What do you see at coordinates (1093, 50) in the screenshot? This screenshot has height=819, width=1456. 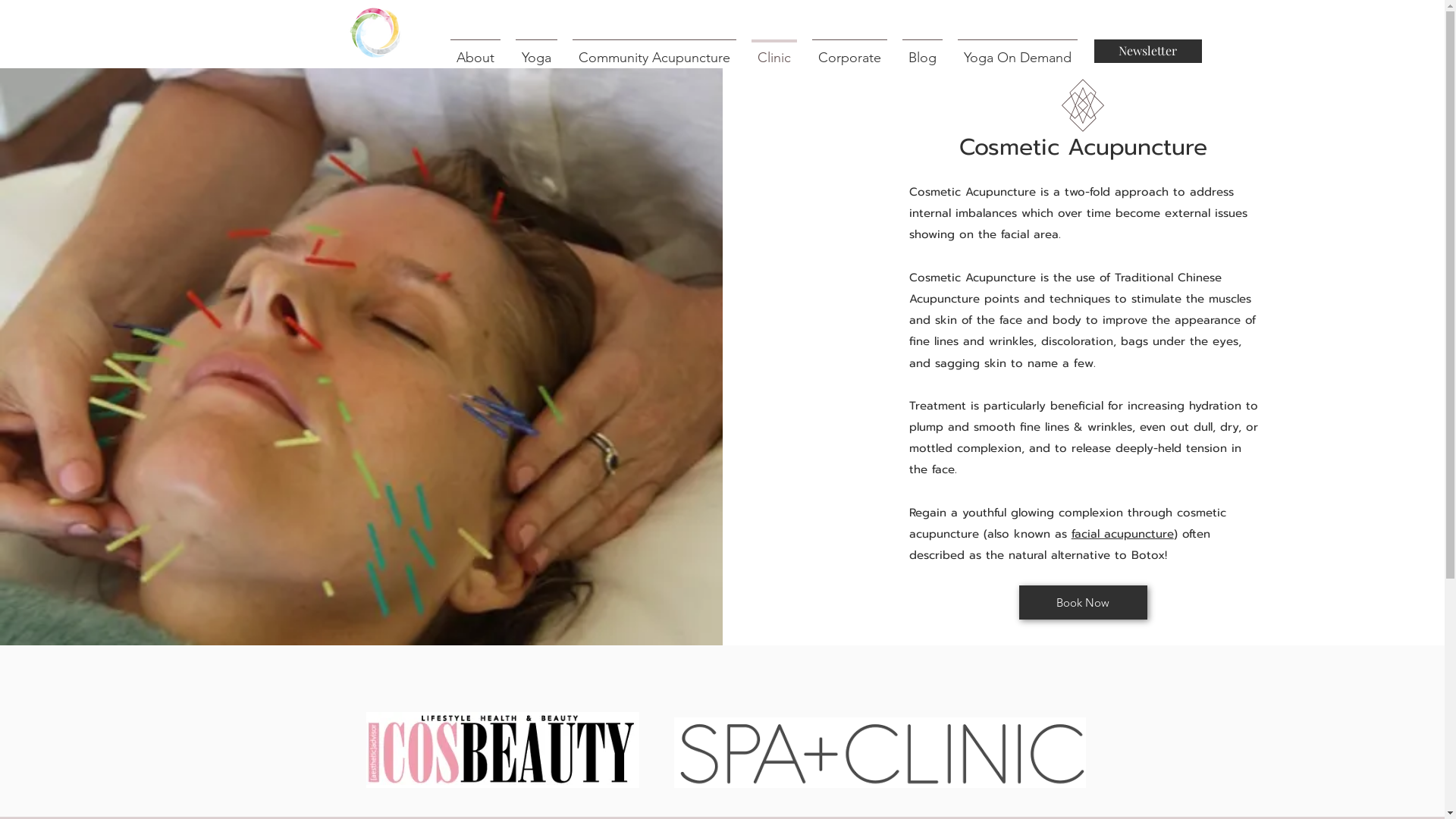 I see `'Newsletter'` at bounding box center [1093, 50].